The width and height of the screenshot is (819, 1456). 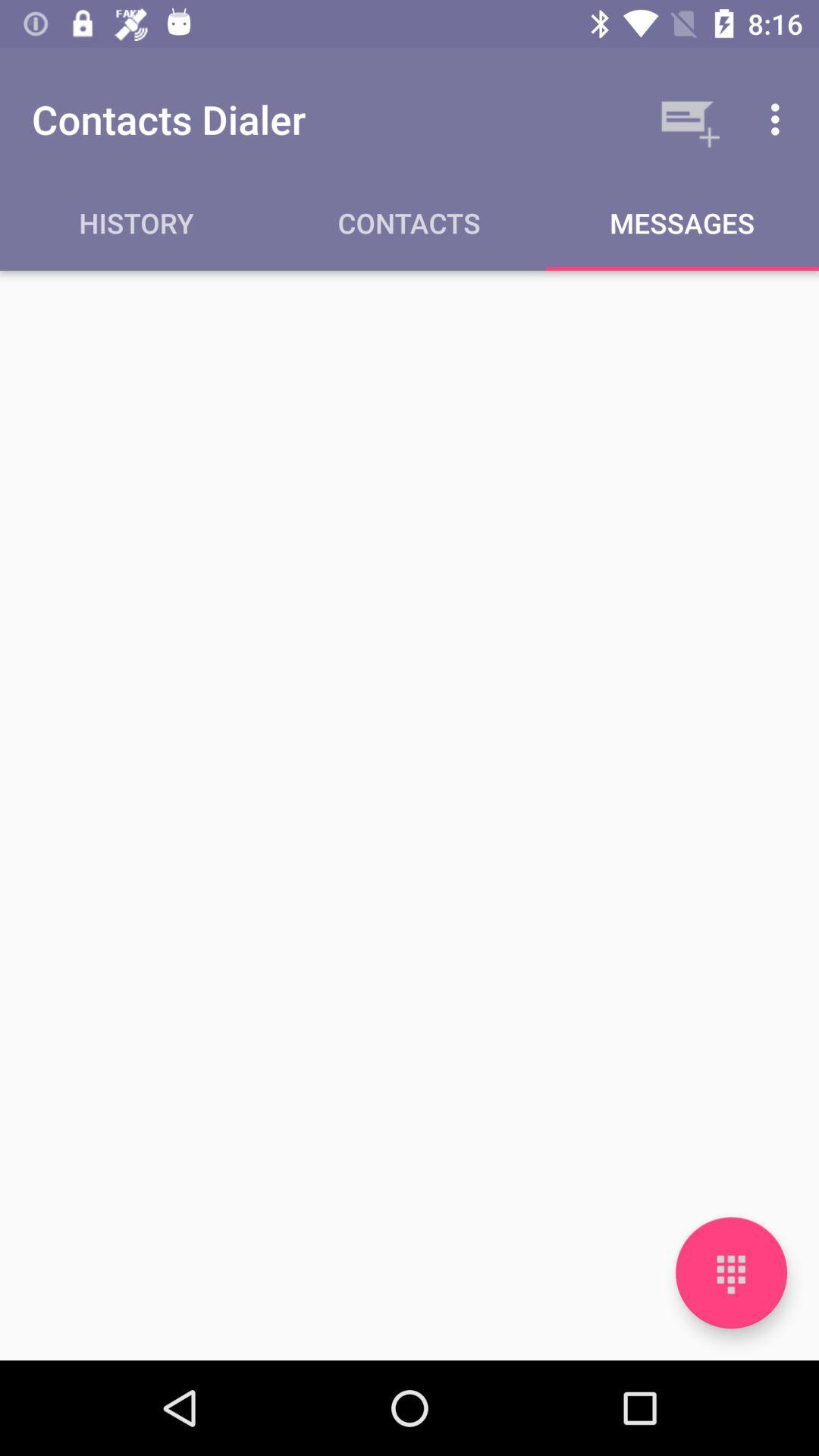 What do you see at coordinates (730, 1272) in the screenshot?
I see `open number pad` at bounding box center [730, 1272].